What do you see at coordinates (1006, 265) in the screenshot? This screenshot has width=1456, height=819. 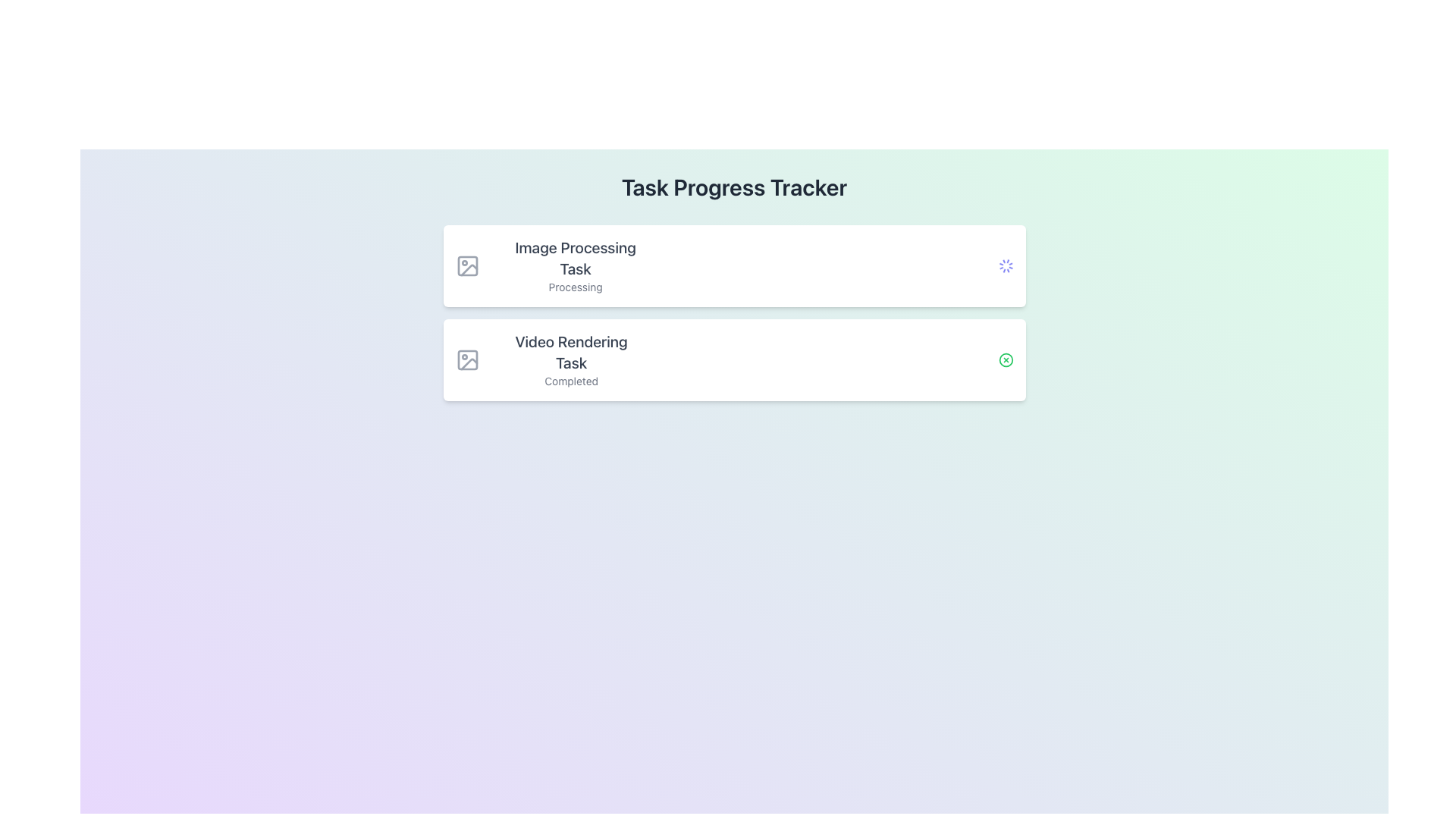 I see `the small circular loader icon, styled in blue, located at the top-right end of the 'Image Processing Task' card` at bounding box center [1006, 265].